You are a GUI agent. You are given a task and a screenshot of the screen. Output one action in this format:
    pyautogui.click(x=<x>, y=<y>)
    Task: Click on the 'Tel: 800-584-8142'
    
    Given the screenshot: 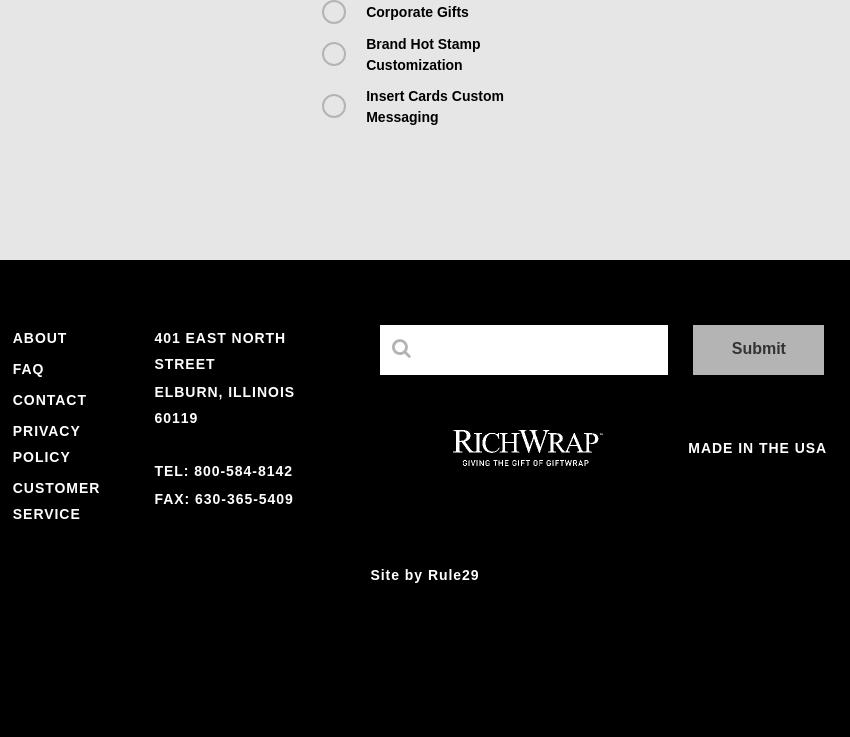 What is the action you would take?
    pyautogui.click(x=223, y=469)
    